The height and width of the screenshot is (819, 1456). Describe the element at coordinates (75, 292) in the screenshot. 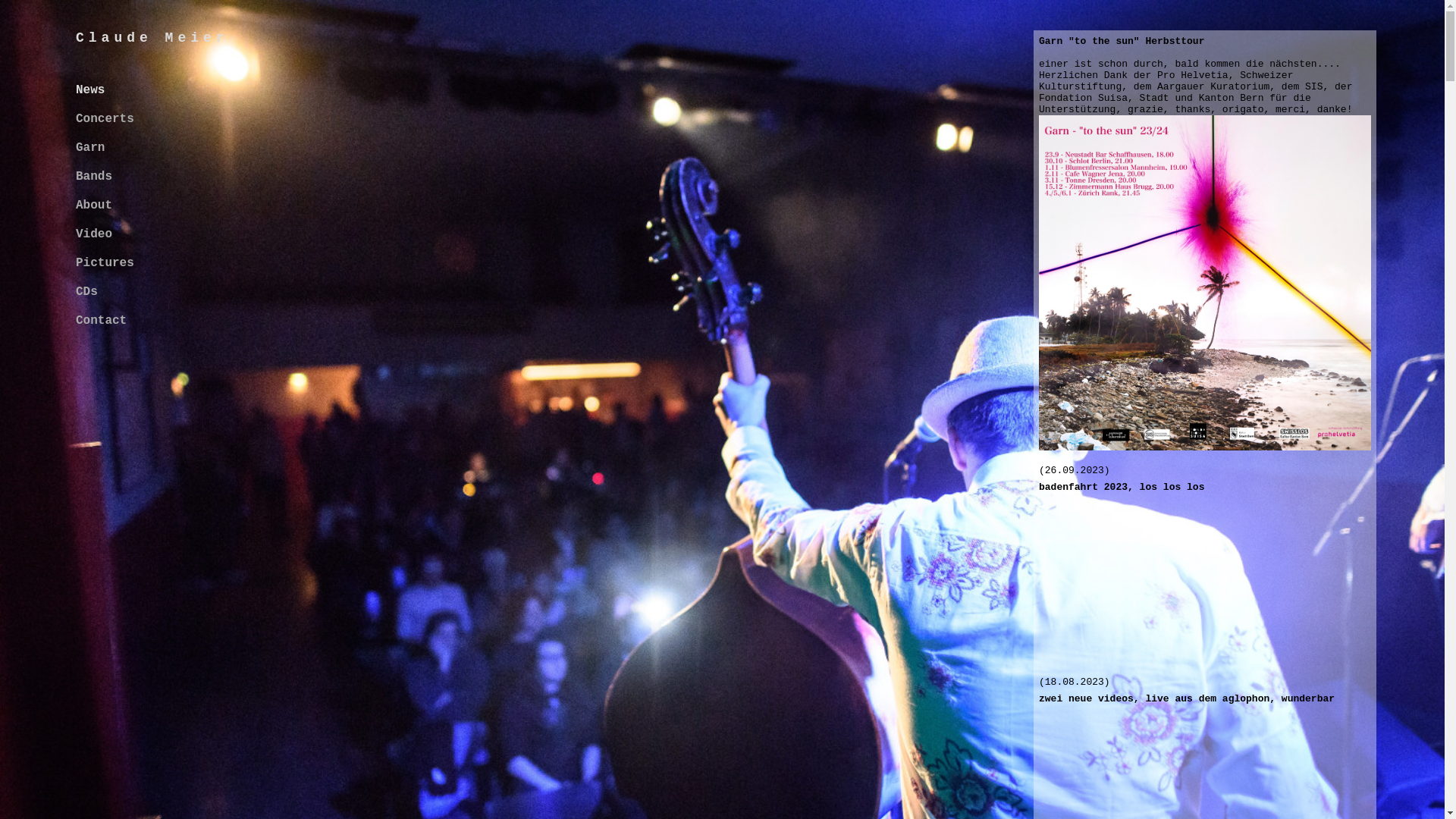

I see `'CDs'` at that location.